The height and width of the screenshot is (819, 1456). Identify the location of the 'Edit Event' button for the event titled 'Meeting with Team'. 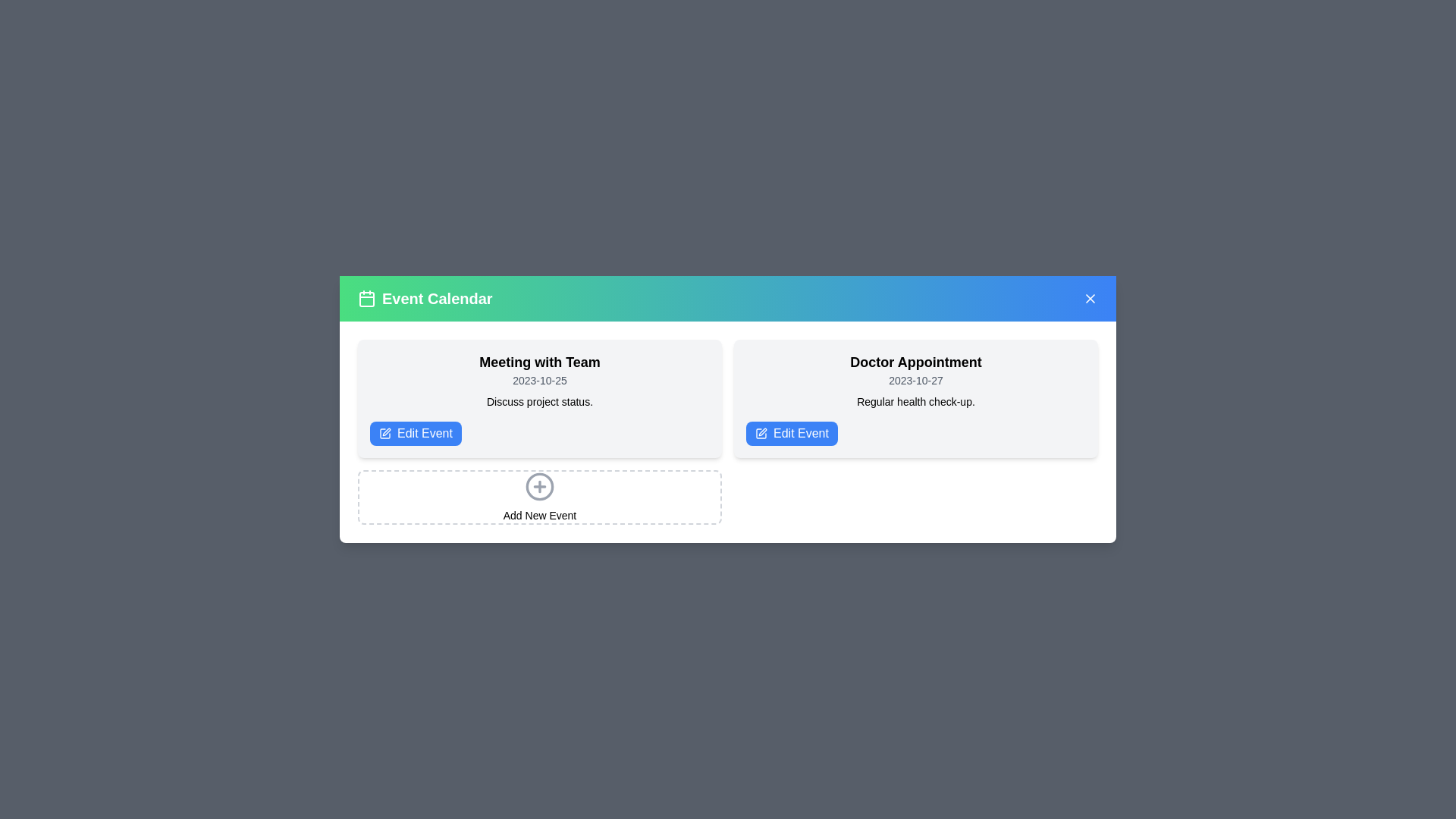
(416, 433).